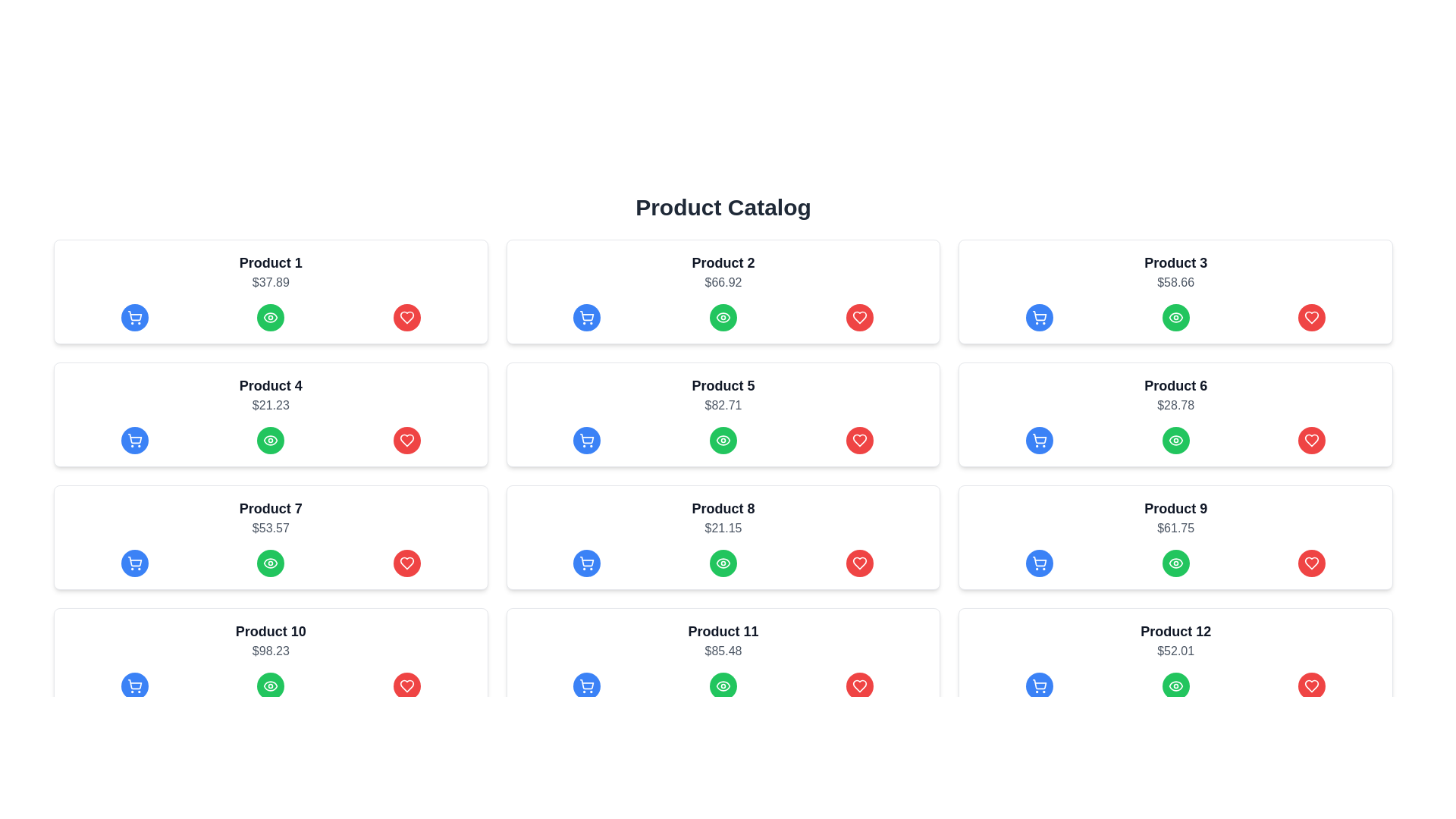  Describe the element at coordinates (1311, 563) in the screenshot. I see `the red heart icon within the 'favorite' button on the product card for 'Product 9'` at that location.